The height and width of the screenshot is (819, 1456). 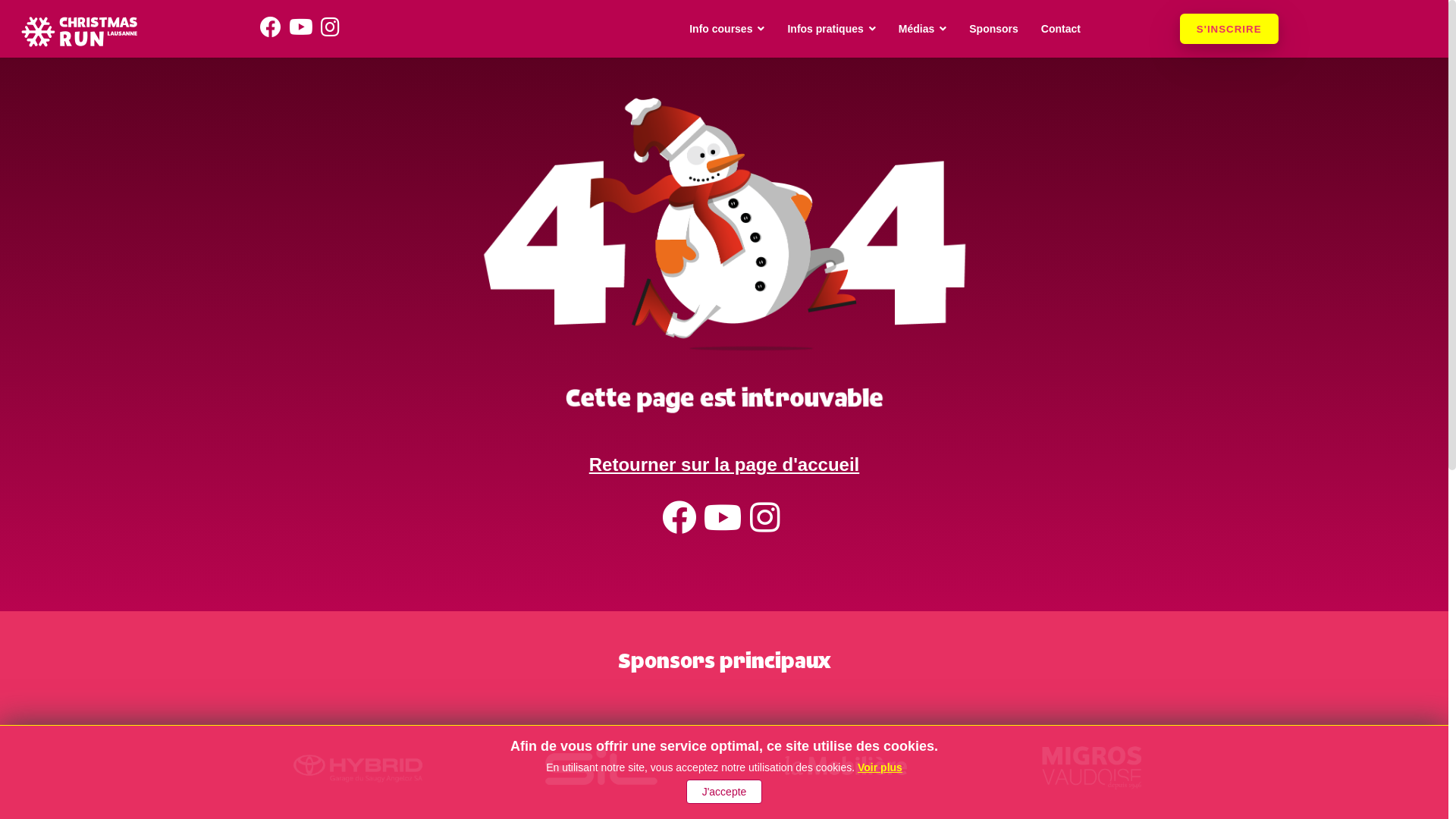 I want to click on 'facebook', so click(x=681, y=526).